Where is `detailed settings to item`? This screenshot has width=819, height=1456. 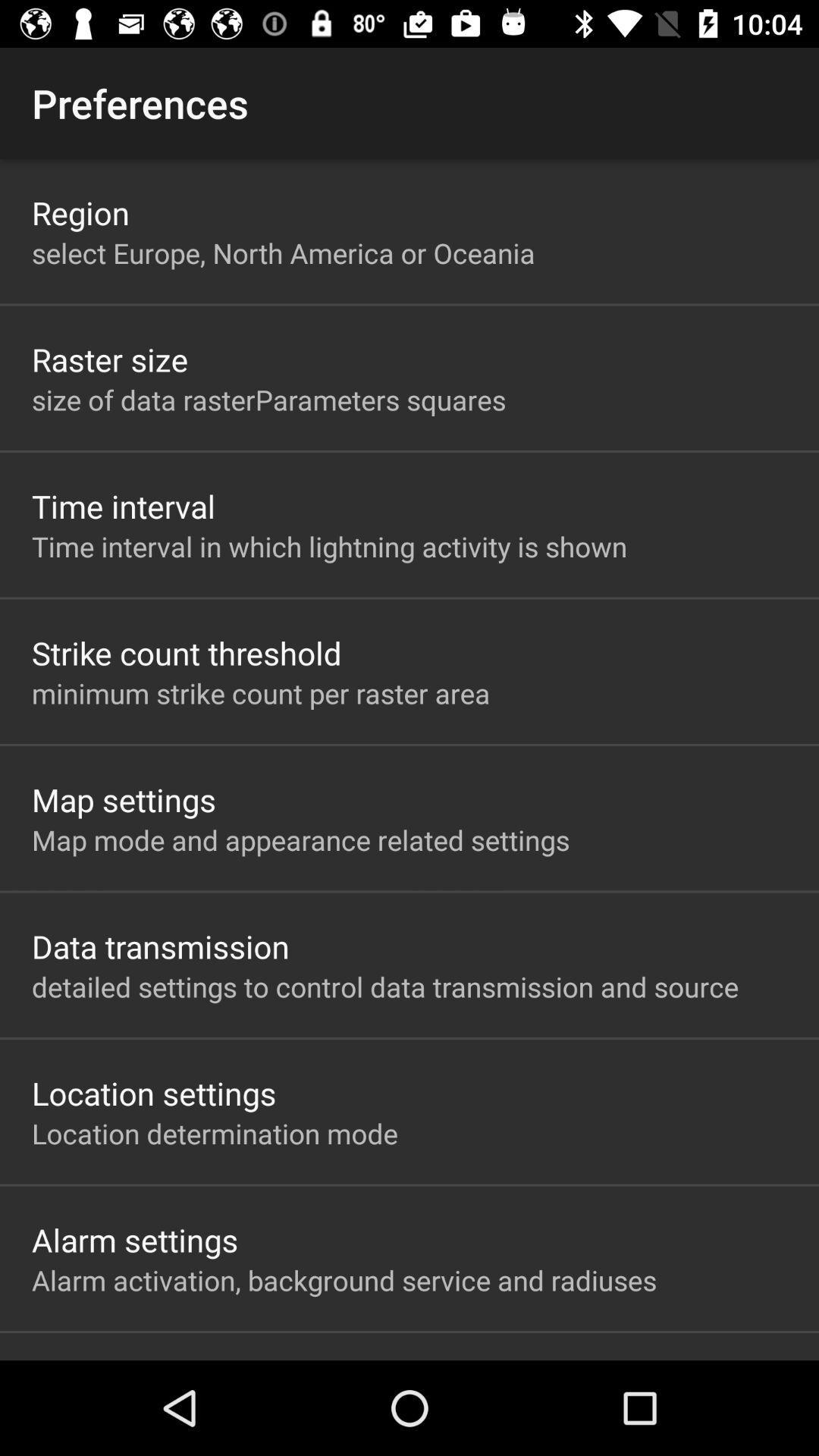 detailed settings to item is located at coordinates (384, 987).